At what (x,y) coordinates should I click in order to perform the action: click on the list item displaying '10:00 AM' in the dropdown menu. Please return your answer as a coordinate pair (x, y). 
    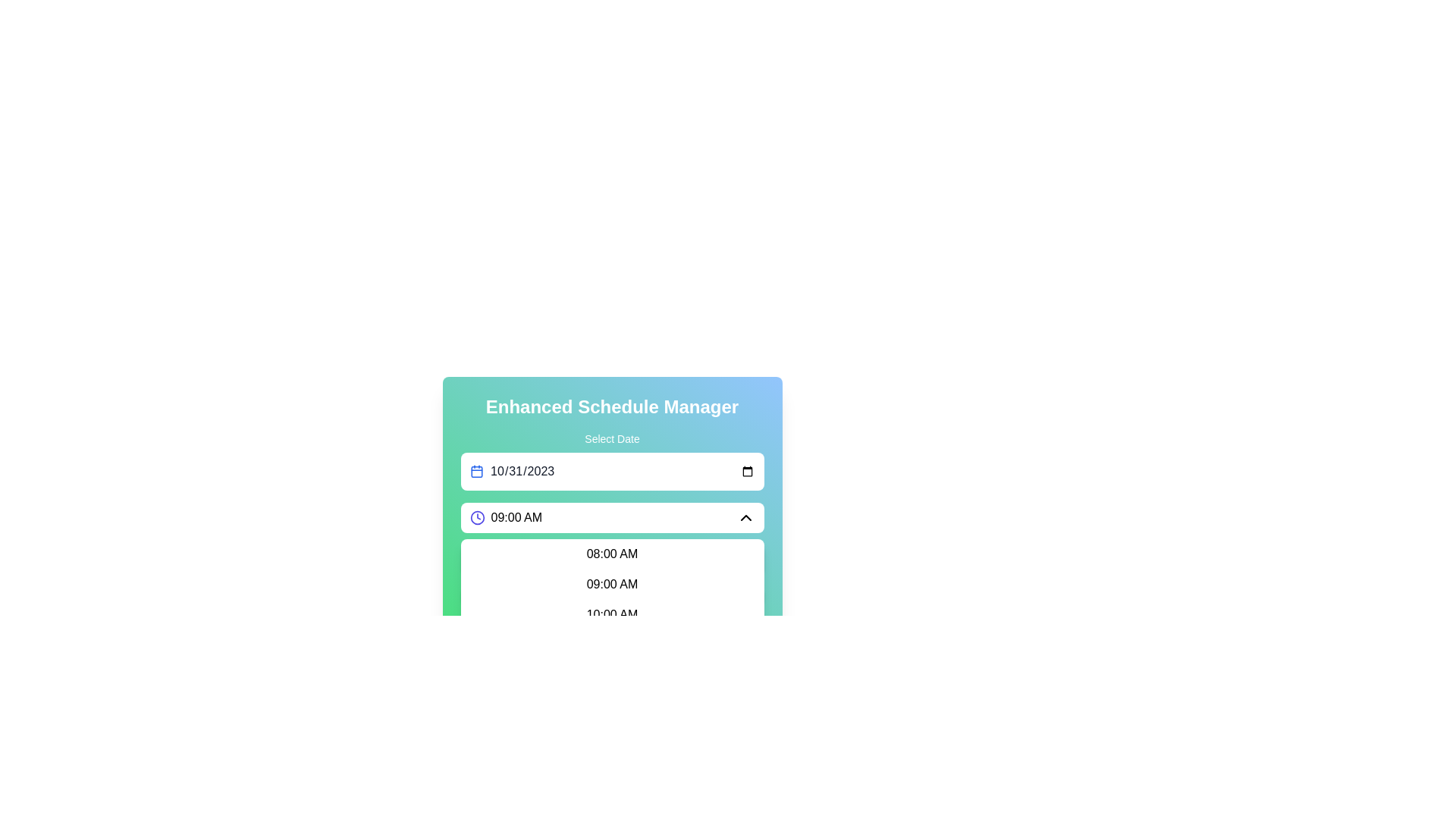
    Looking at the image, I should click on (612, 614).